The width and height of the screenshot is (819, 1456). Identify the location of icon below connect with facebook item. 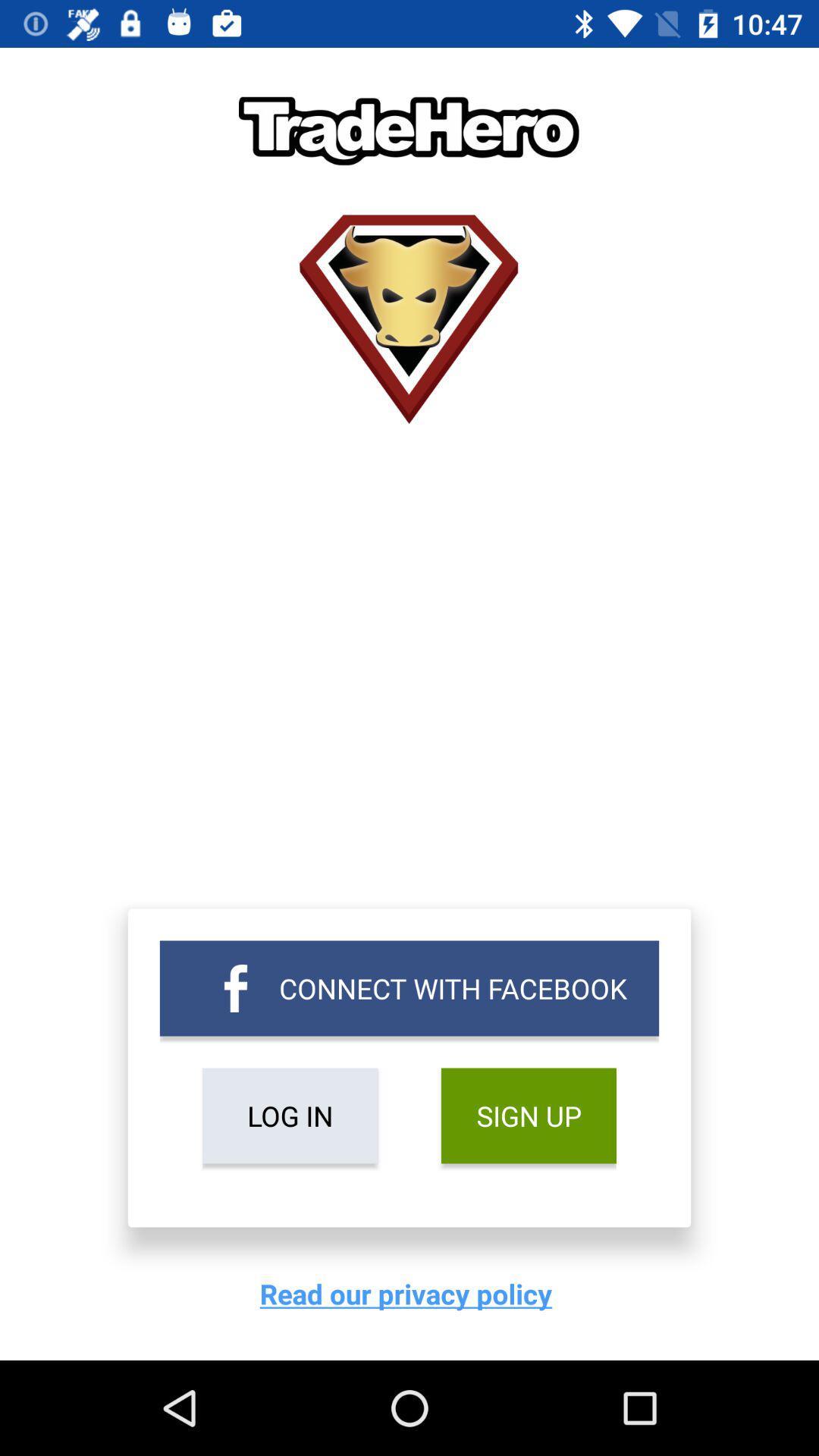
(290, 1116).